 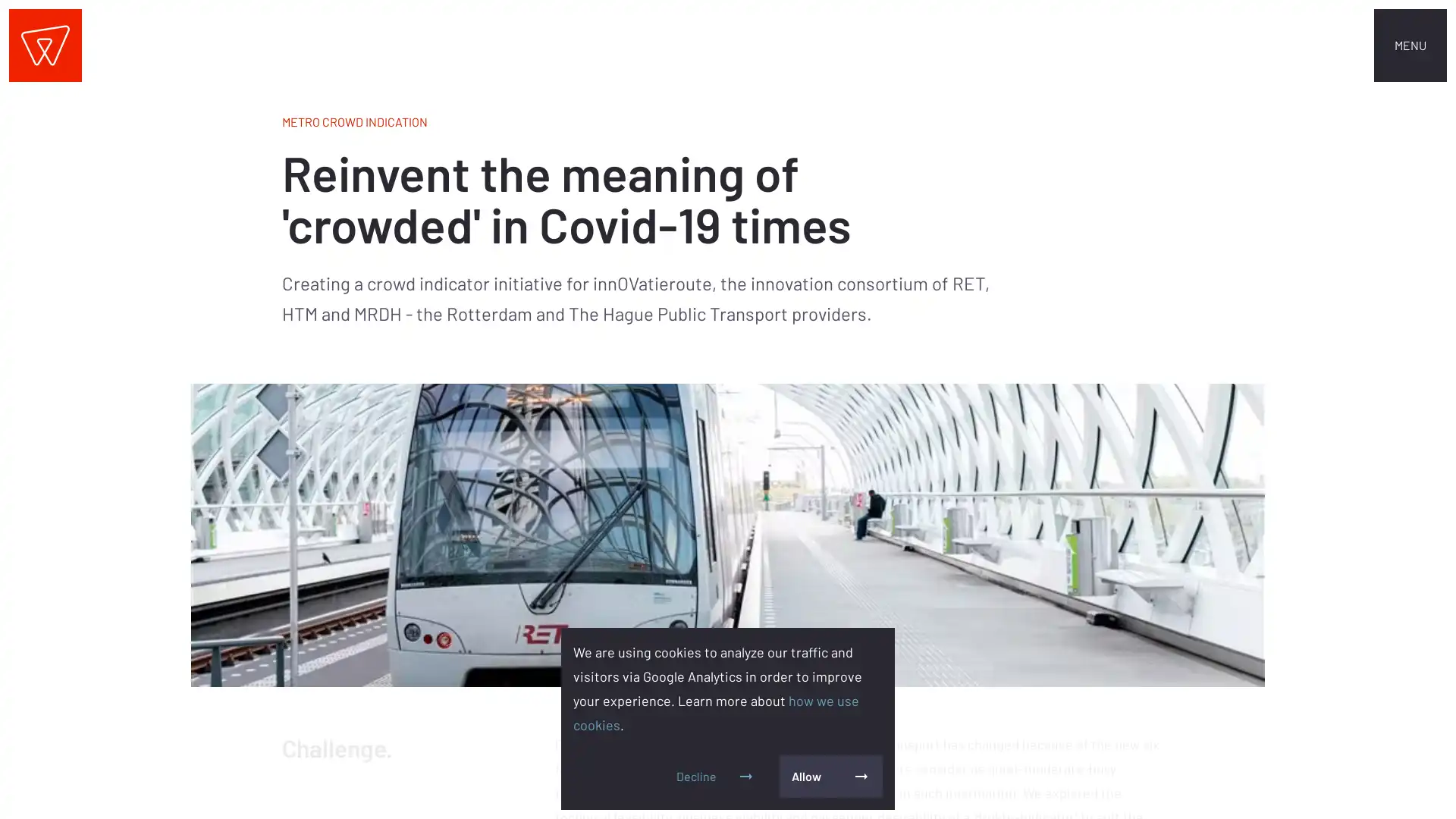 What do you see at coordinates (830, 776) in the screenshot?
I see `Allow` at bounding box center [830, 776].